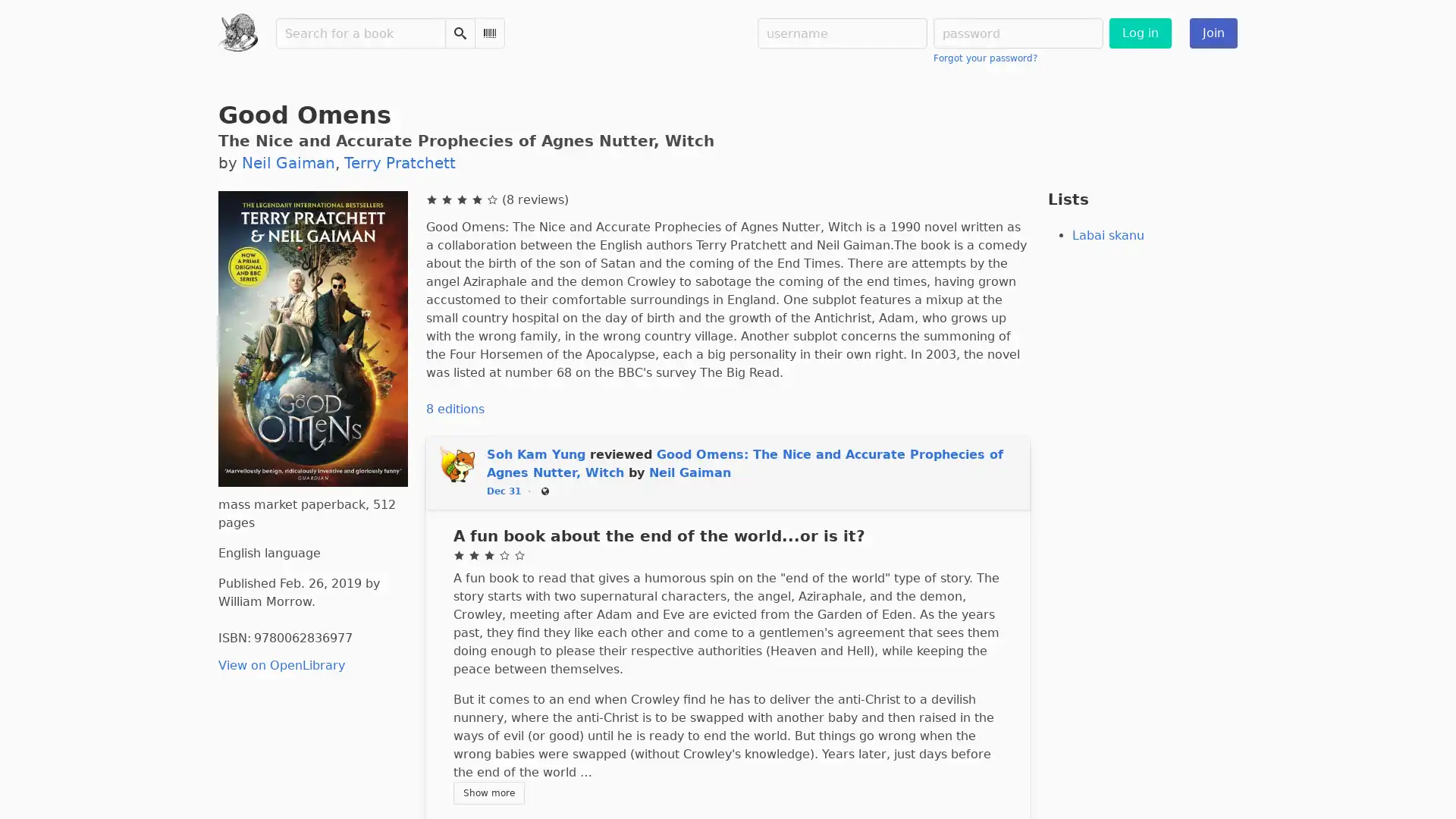 Image resolution: width=1456 pixels, height=819 pixels. I want to click on Log in, so click(1139, 33).